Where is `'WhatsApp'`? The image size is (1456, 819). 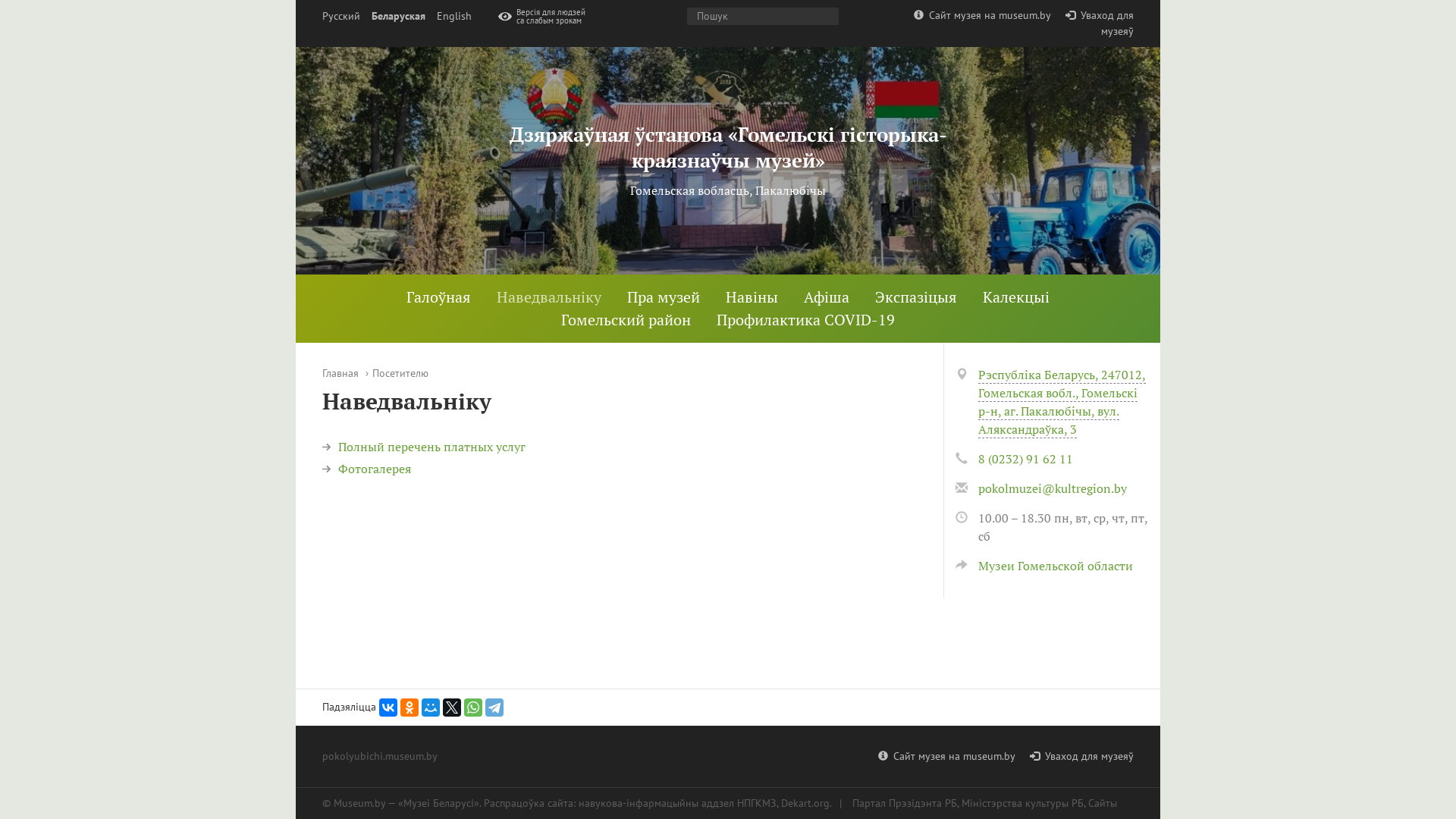
'WhatsApp' is located at coordinates (472, 708).